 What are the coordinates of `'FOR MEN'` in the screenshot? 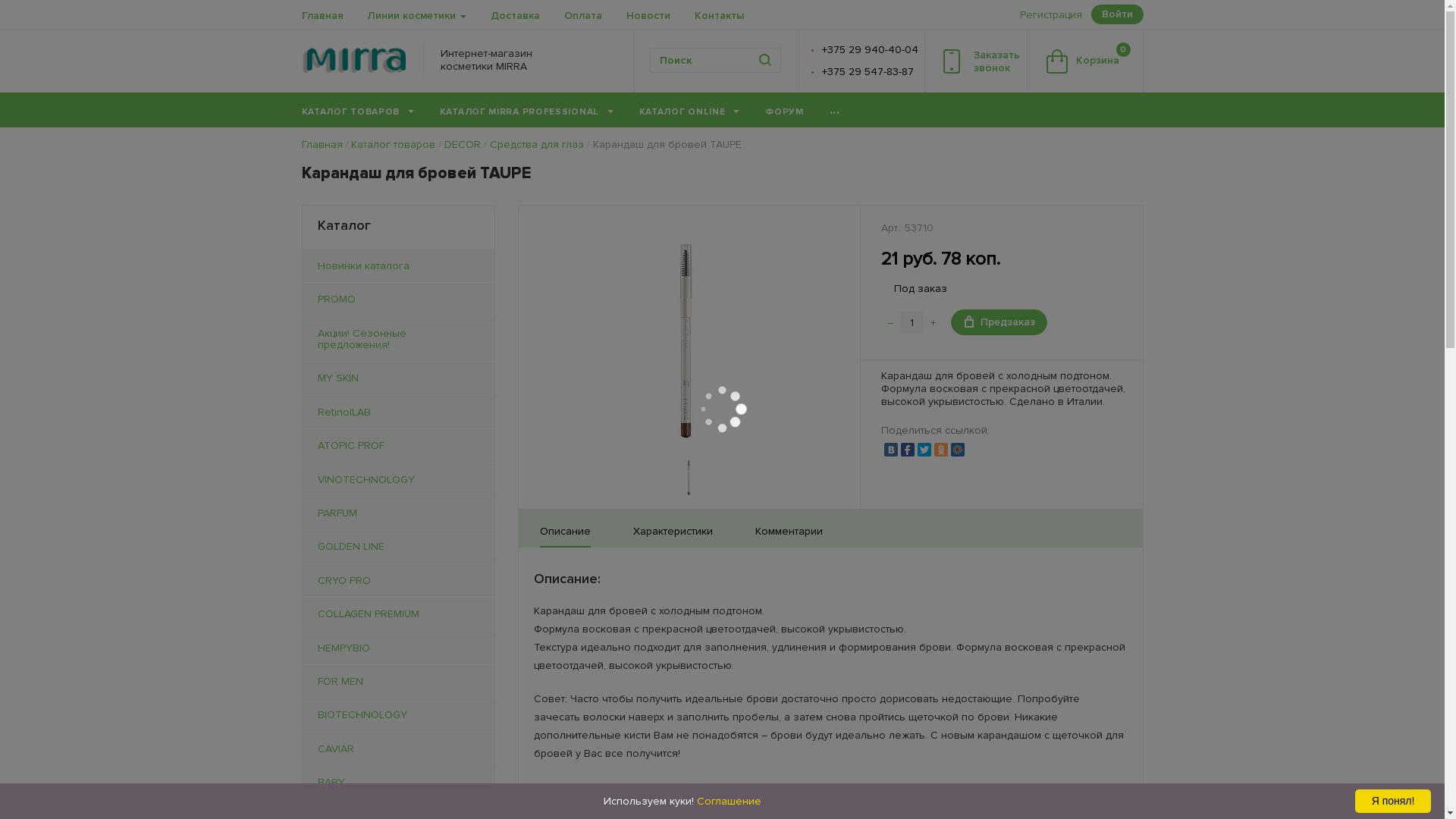 It's located at (397, 680).